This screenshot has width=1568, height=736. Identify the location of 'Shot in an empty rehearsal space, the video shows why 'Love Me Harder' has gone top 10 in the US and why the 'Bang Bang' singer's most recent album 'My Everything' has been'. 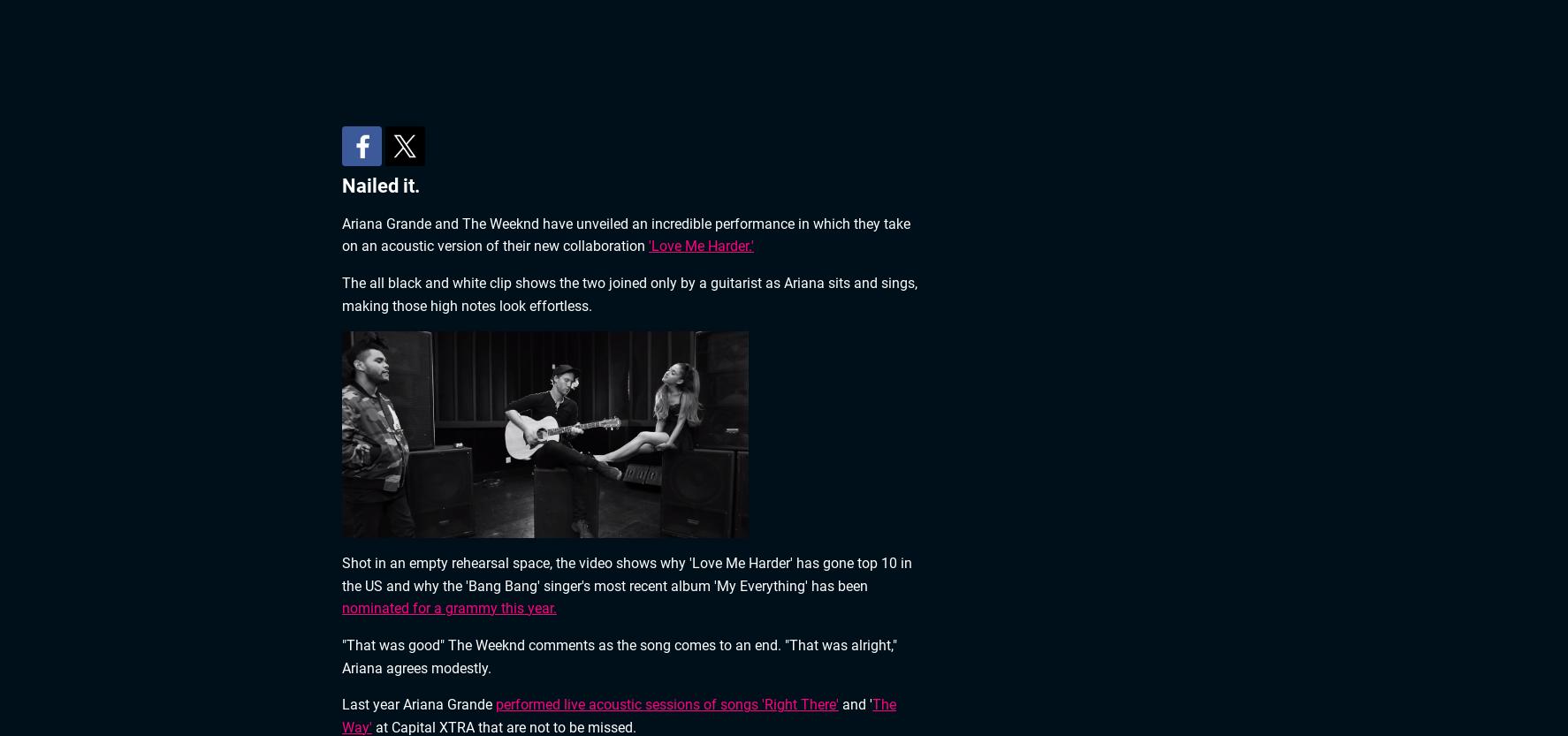
(341, 573).